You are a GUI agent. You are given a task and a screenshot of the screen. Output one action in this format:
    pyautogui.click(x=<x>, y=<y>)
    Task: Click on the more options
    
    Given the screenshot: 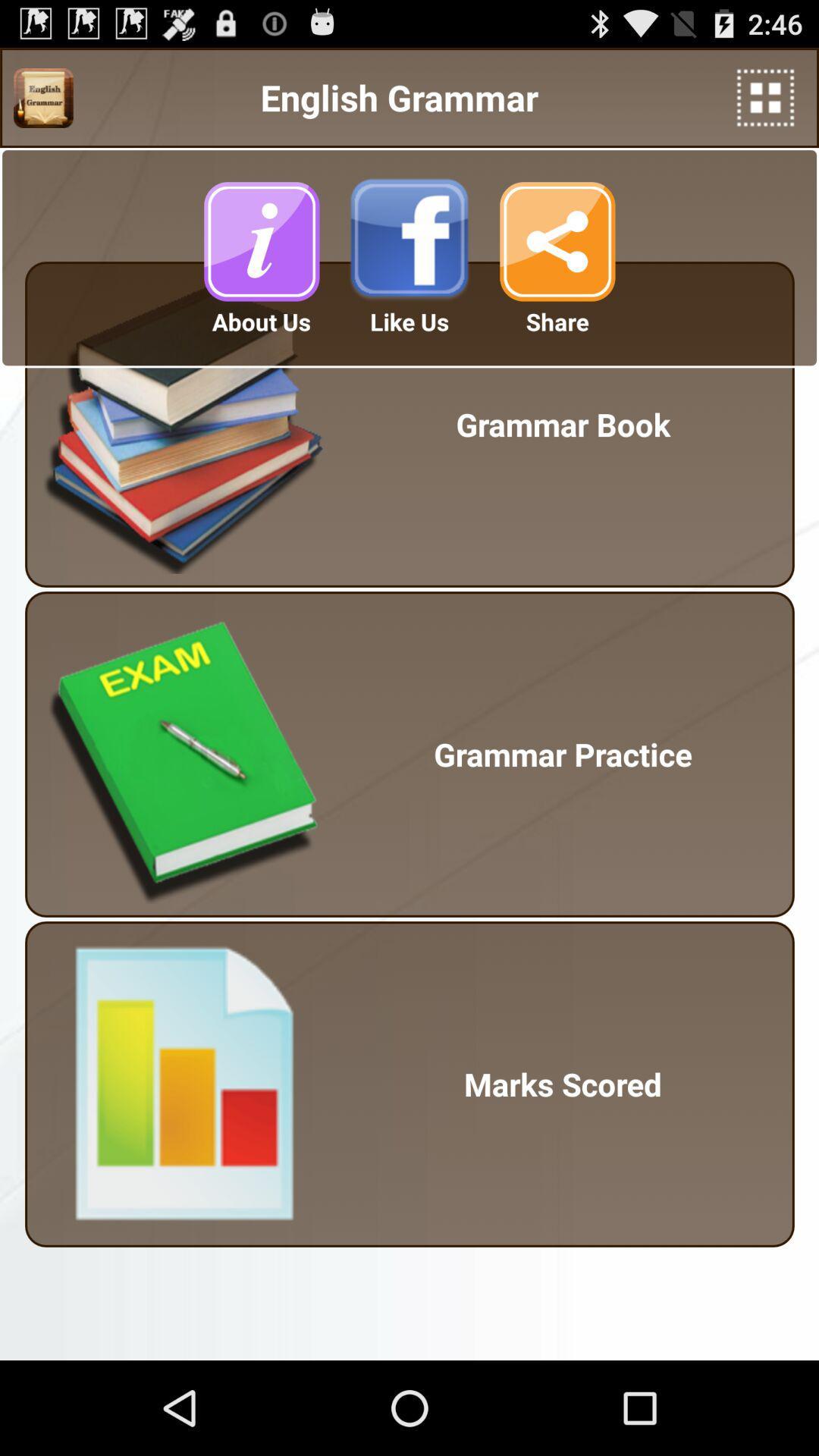 What is the action you would take?
    pyautogui.click(x=765, y=97)
    